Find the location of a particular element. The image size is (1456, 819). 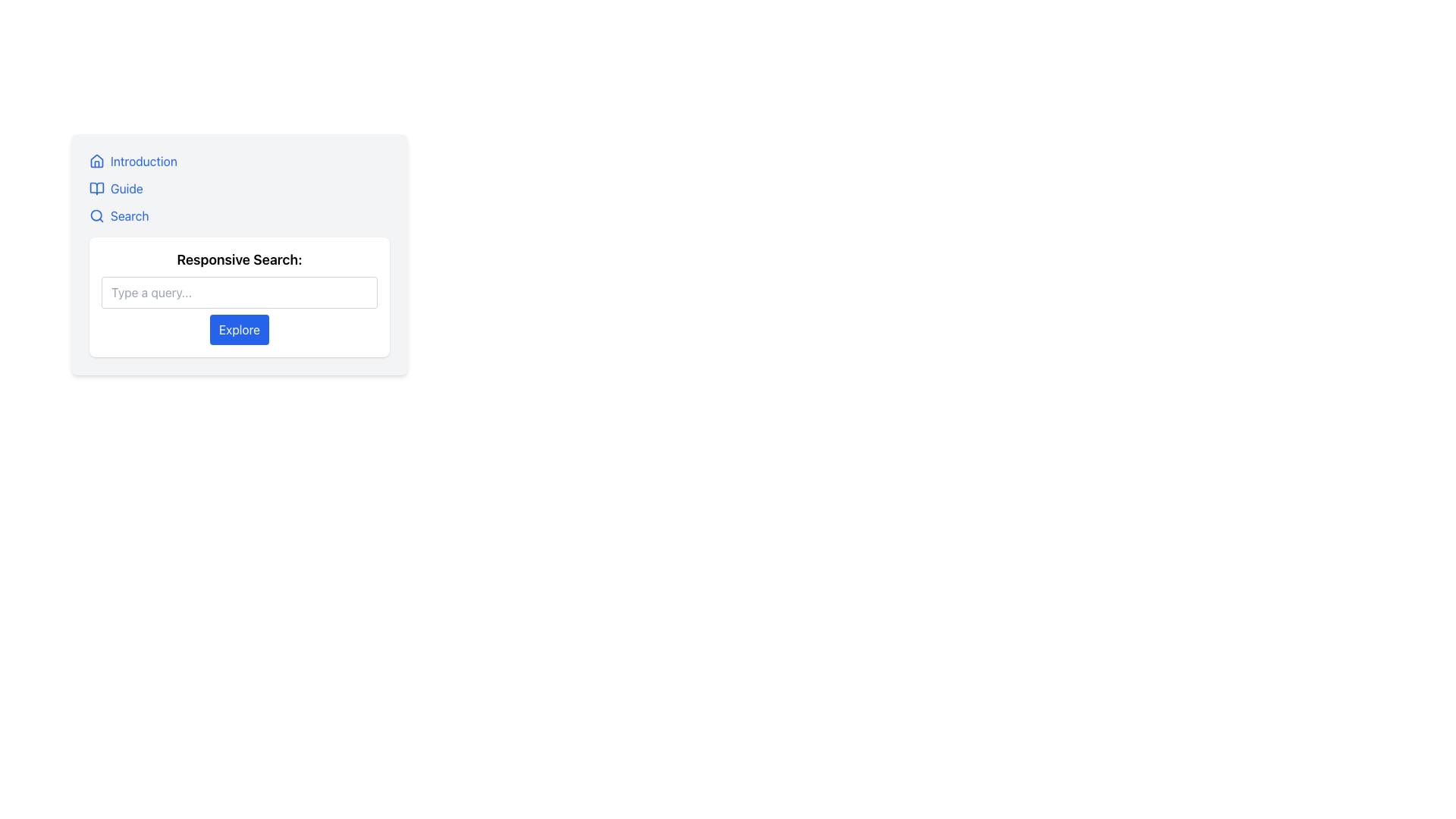

the 'Explore' button, which is a rectangular button with rounded corners, styled in blue with white text, located within a white card below the input field labeled 'Type a query...' and the heading 'Responsive Search:' is located at coordinates (239, 329).